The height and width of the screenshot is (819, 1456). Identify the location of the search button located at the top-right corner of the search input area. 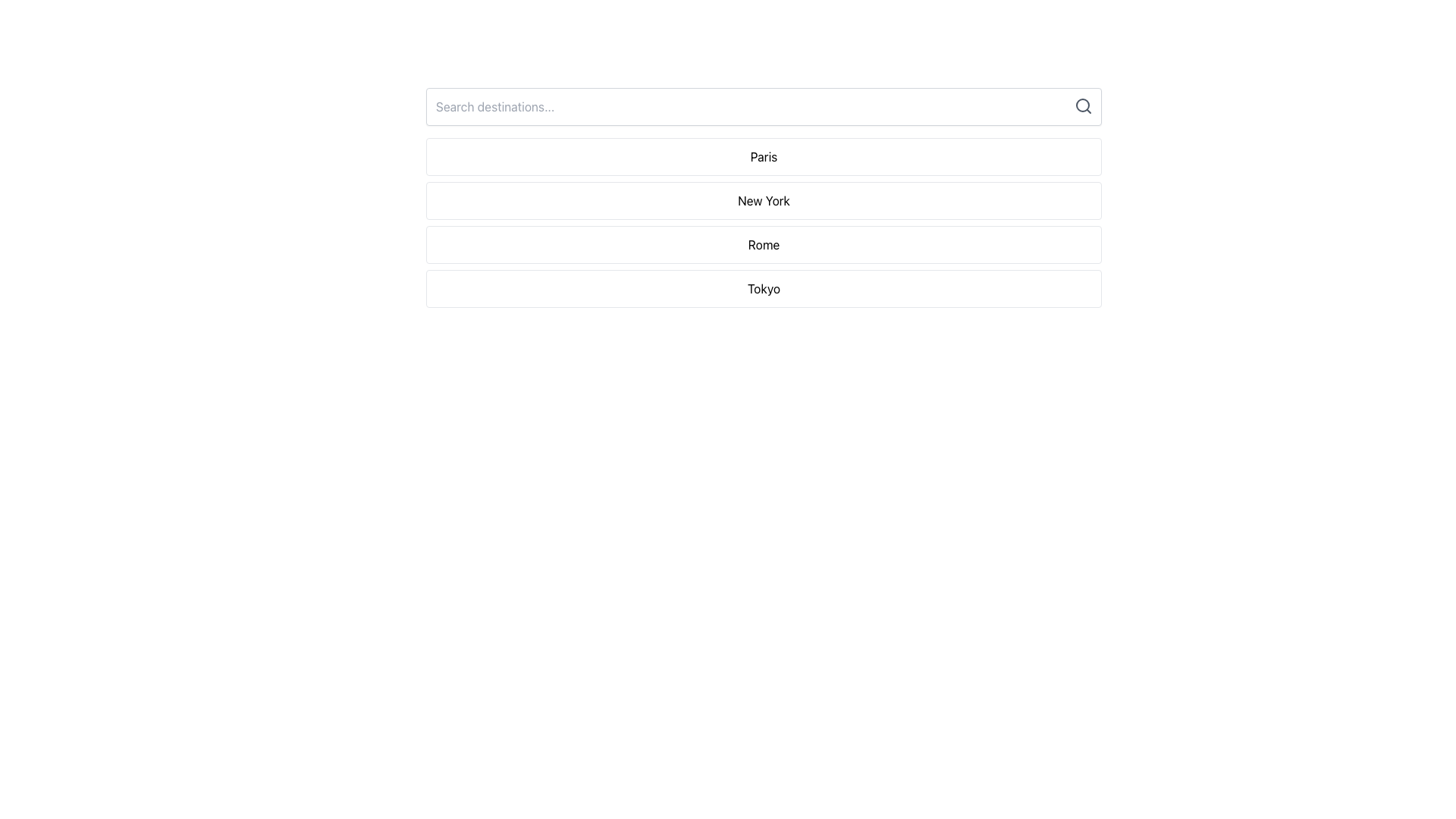
(1083, 105).